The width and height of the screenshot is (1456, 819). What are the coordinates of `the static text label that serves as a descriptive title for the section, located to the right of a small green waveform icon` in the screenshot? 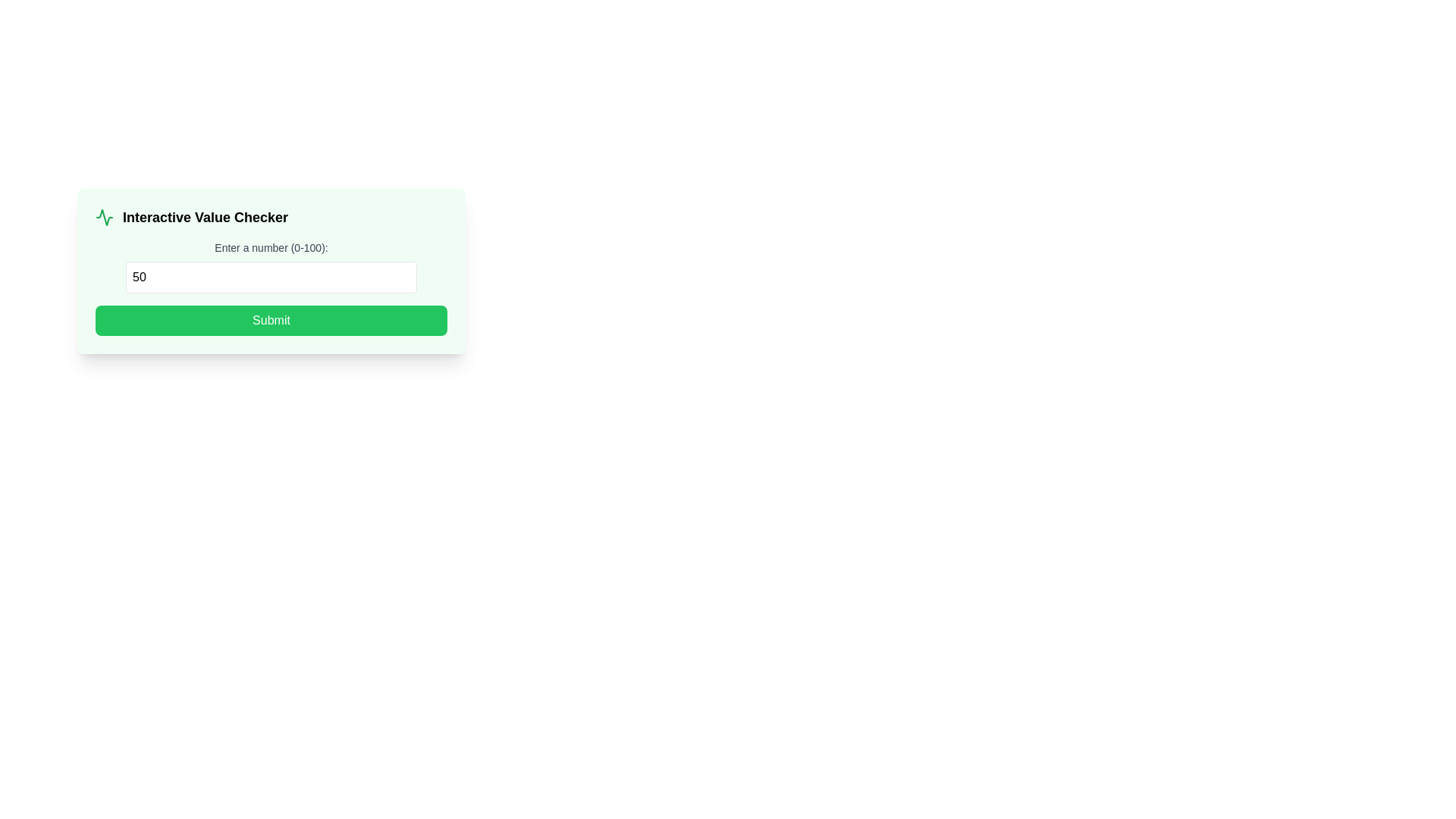 It's located at (205, 217).